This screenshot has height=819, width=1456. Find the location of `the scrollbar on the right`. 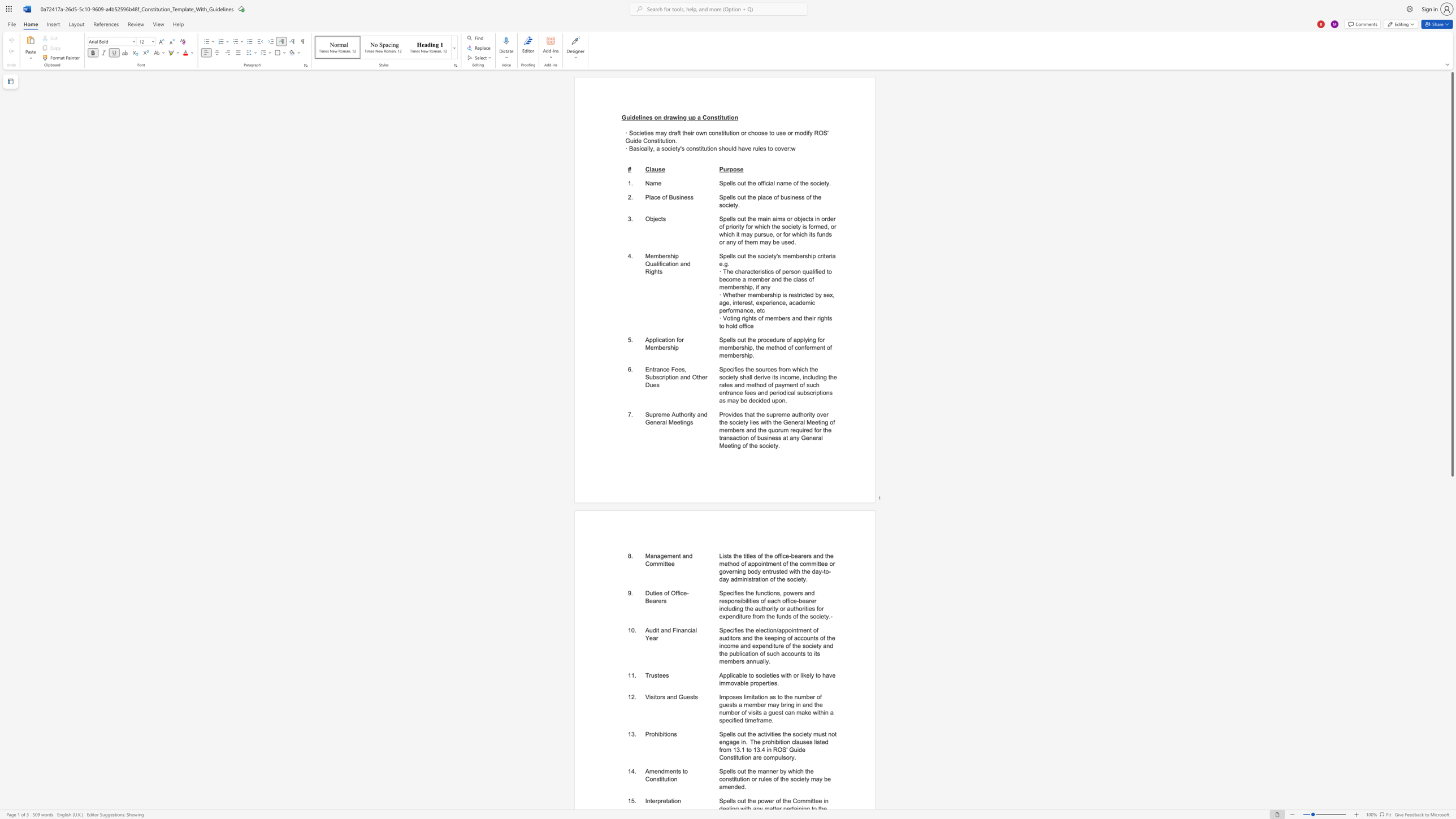

the scrollbar on the right is located at coordinates (1451, 606).